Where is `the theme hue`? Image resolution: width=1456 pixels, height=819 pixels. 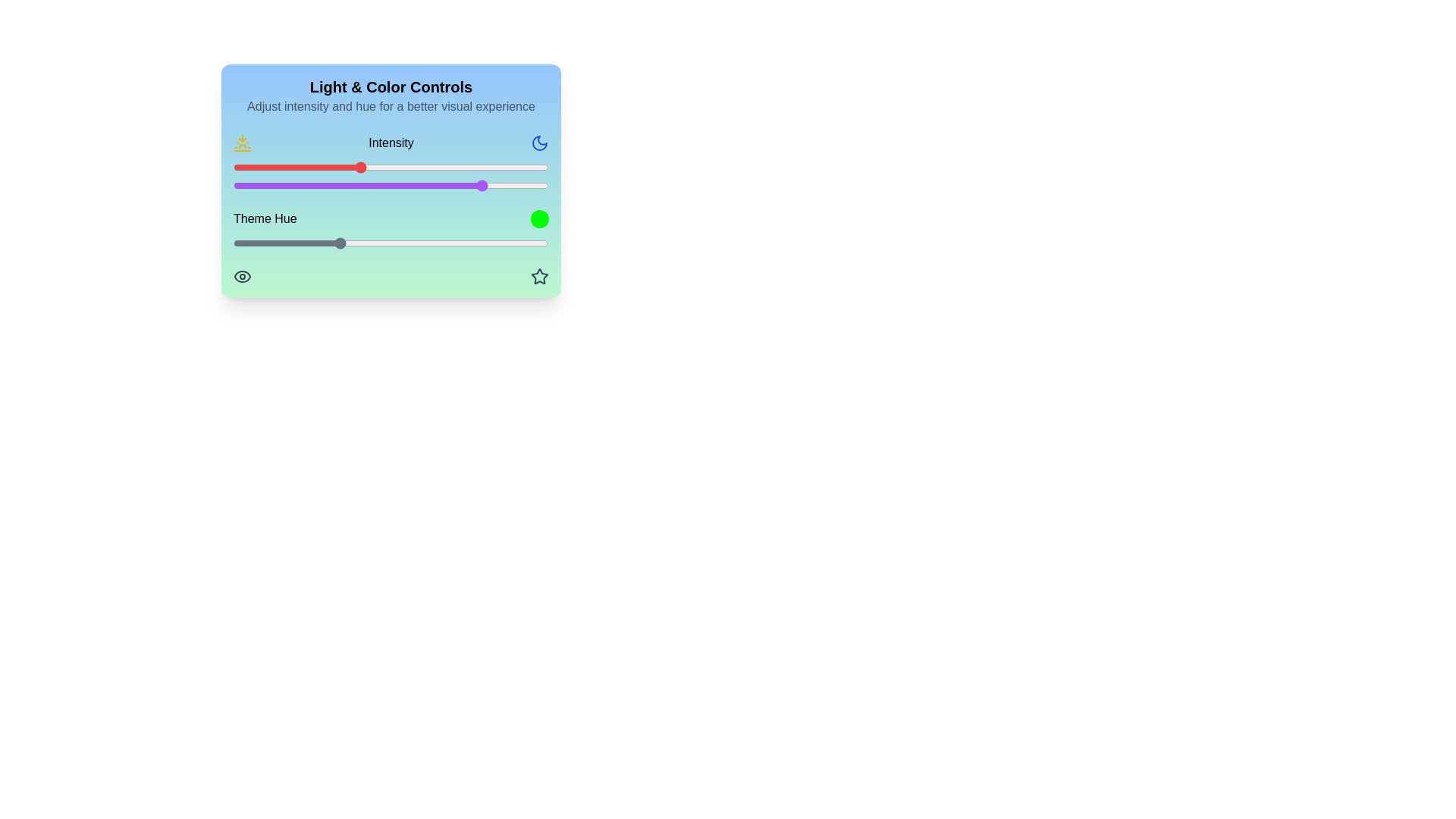
the theme hue is located at coordinates (389, 242).